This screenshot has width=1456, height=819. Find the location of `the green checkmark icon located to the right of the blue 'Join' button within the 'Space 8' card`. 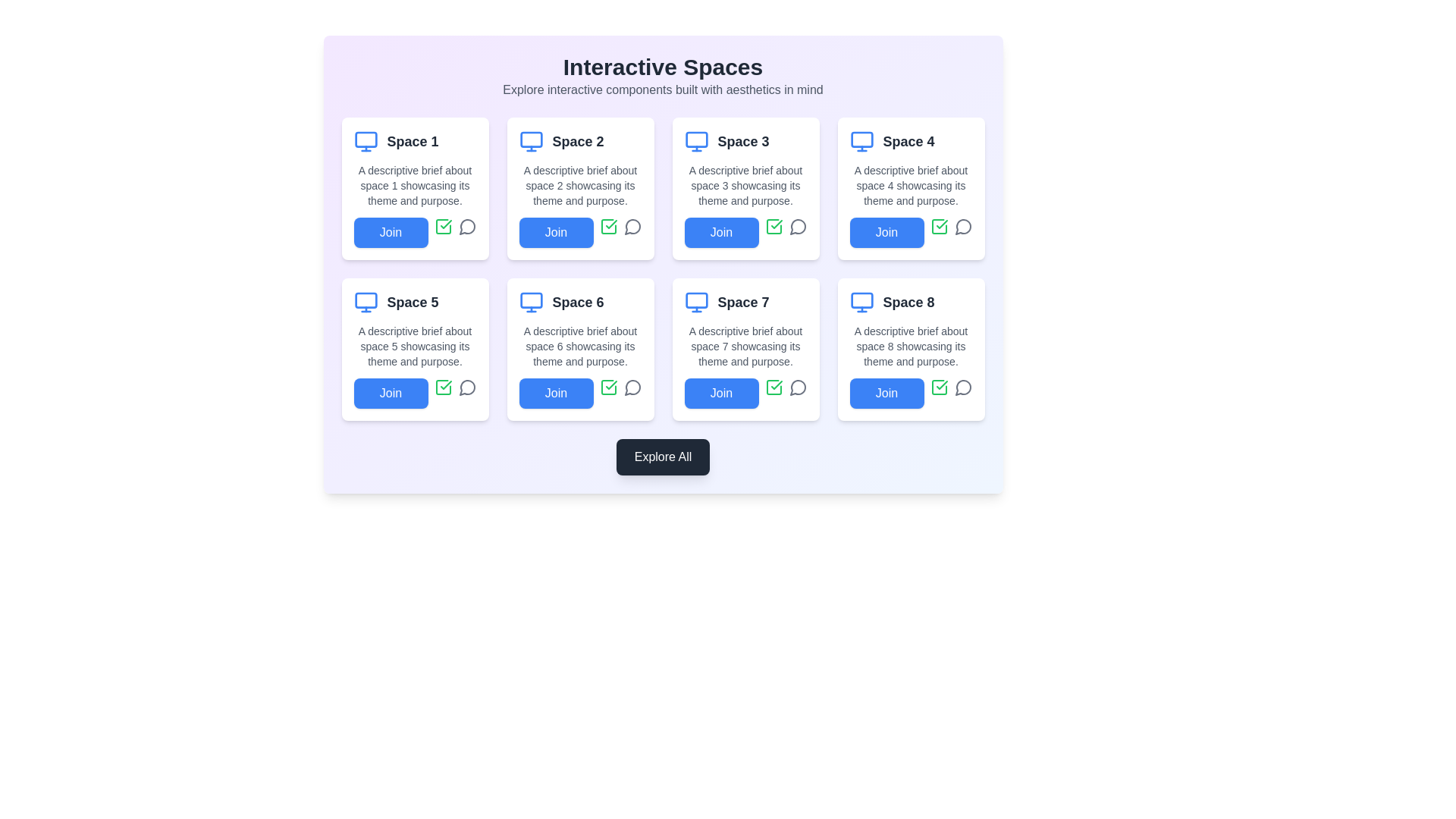

the green checkmark icon located to the right of the blue 'Join' button within the 'Space 8' card is located at coordinates (938, 386).